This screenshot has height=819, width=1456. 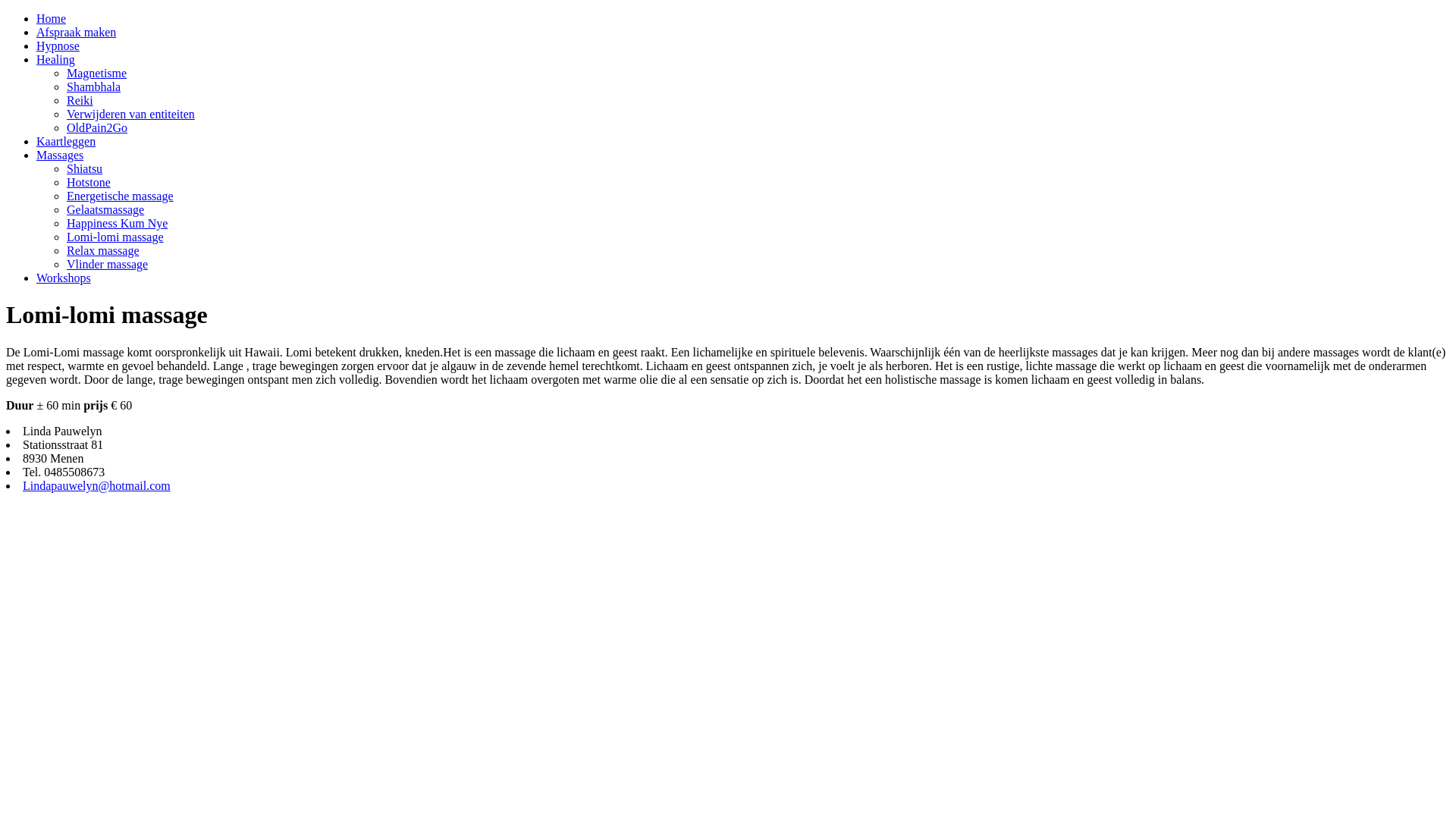 What do you see at coordinates (36, 278) in the screenshot?
I see `'Workshops'` at bounding box center [36, 278].